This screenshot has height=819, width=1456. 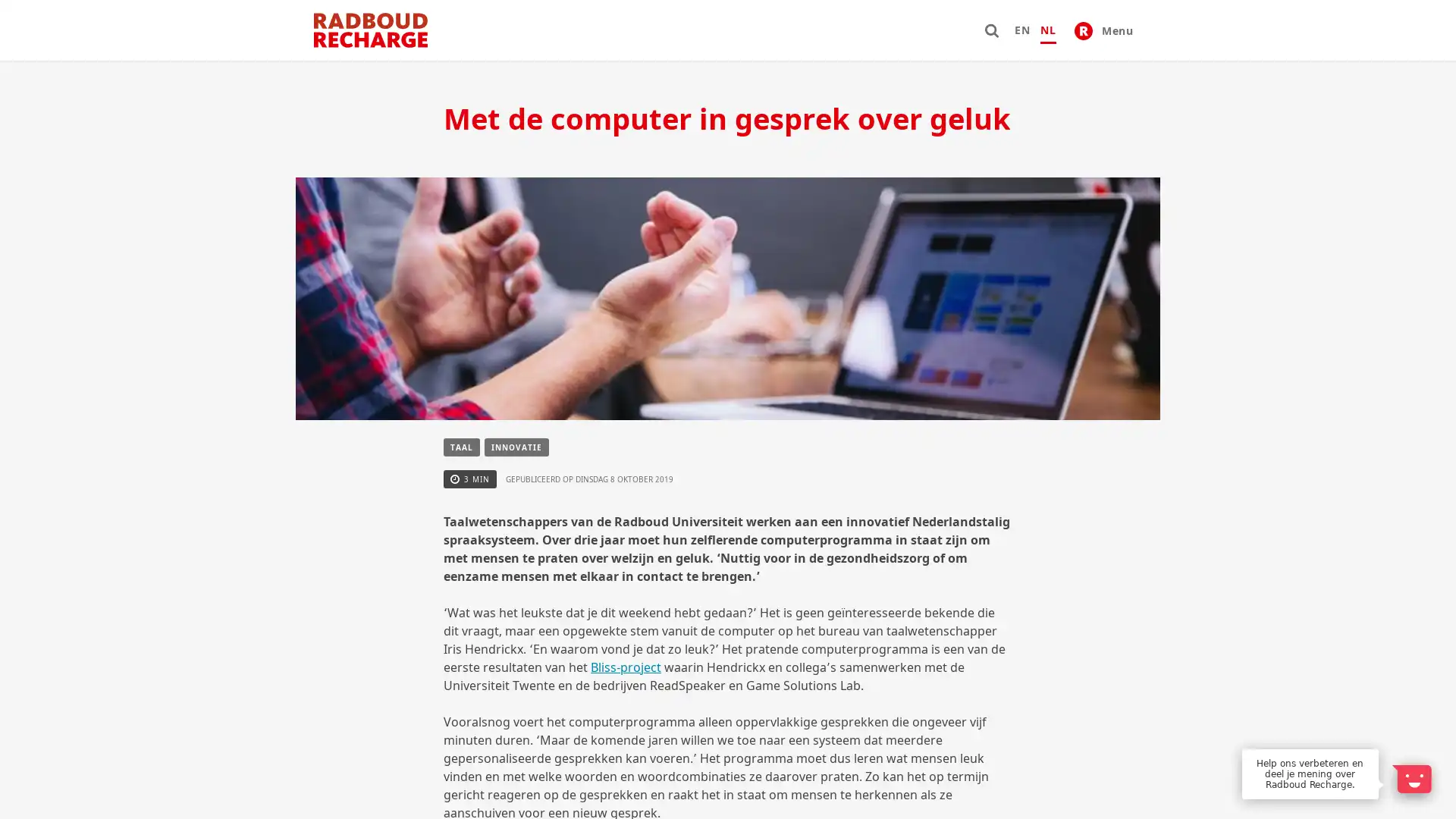 What do you see at coordinates (1410, 778) in the screenshot?
I see `Open` at bounding box center [1410, 778].